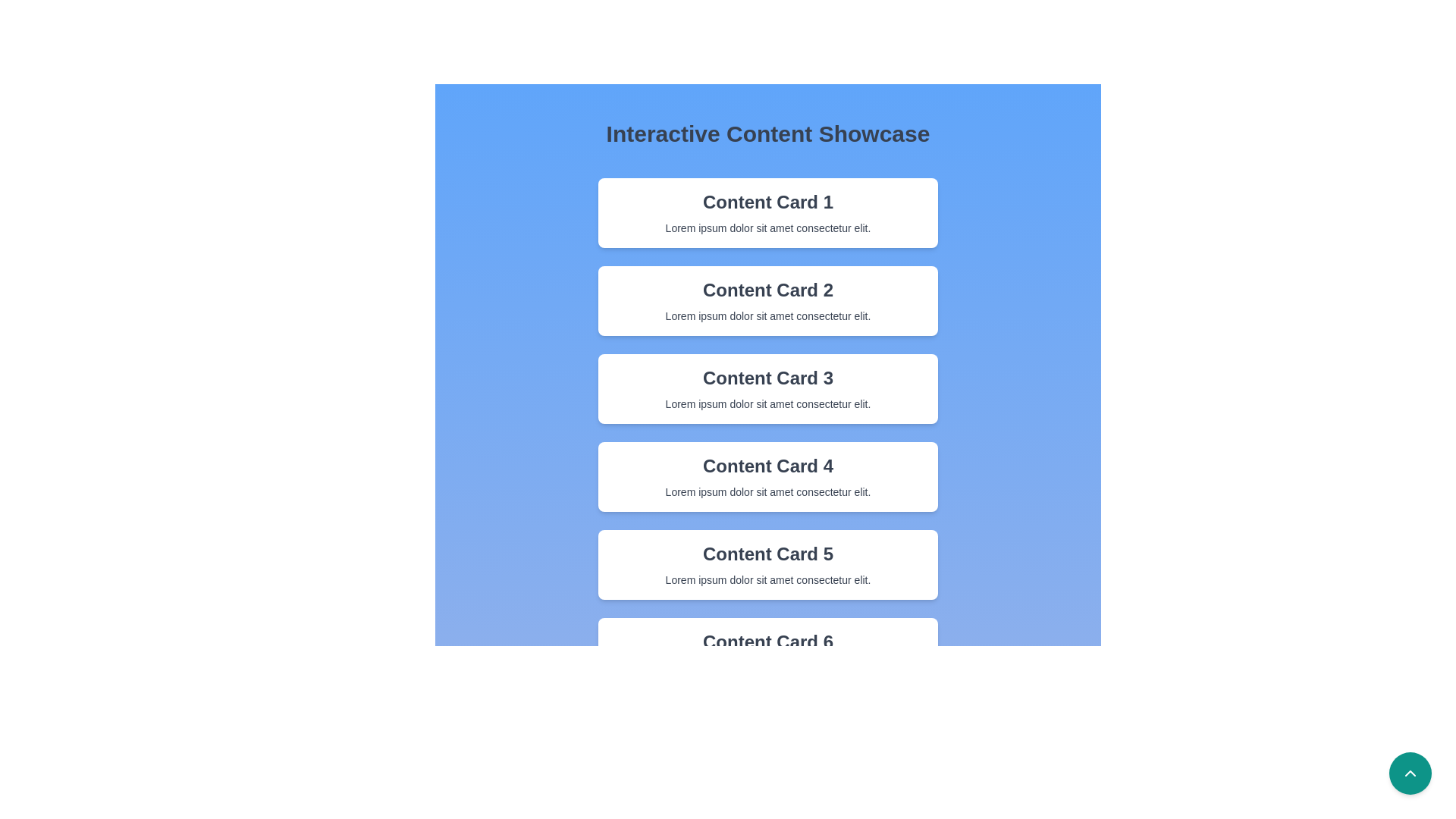 The height and width of the screenshot is (819, 1456). What do you see at coordinates (767, 403) in the screenshot?
I see `the static text component that serves as a descriptive subtitle for the card titled 'Content Card 3', positioned directly below the title within the vertically stacked cards` at bounding box center [767, 403].